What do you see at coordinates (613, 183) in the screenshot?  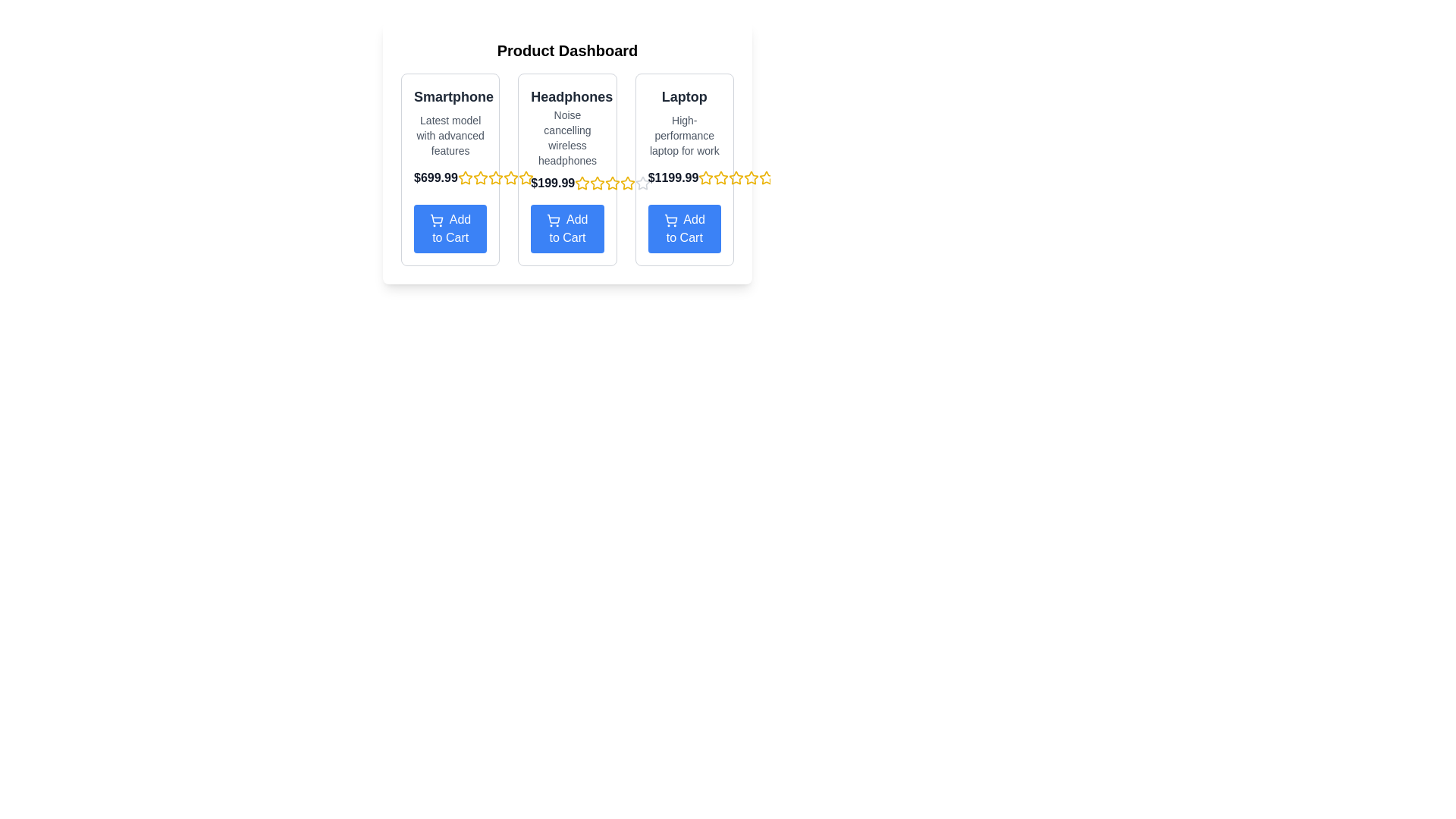 I see `the active yellow third star in the row of rating stars located below the price label '$199.99' to rate the product` at bounding box center [613, 183].